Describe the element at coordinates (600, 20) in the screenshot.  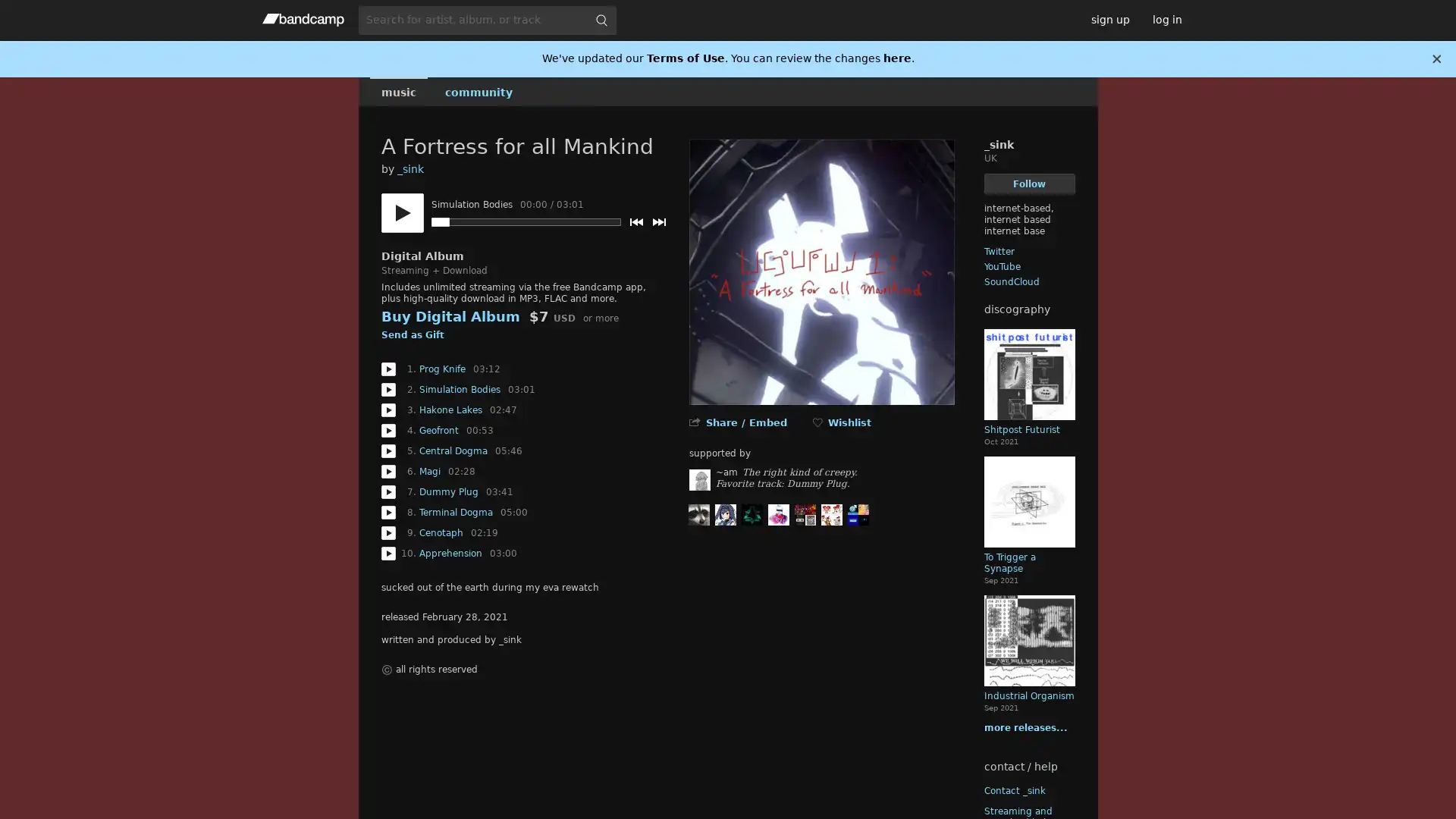
I see `submit for full search page` at that location.